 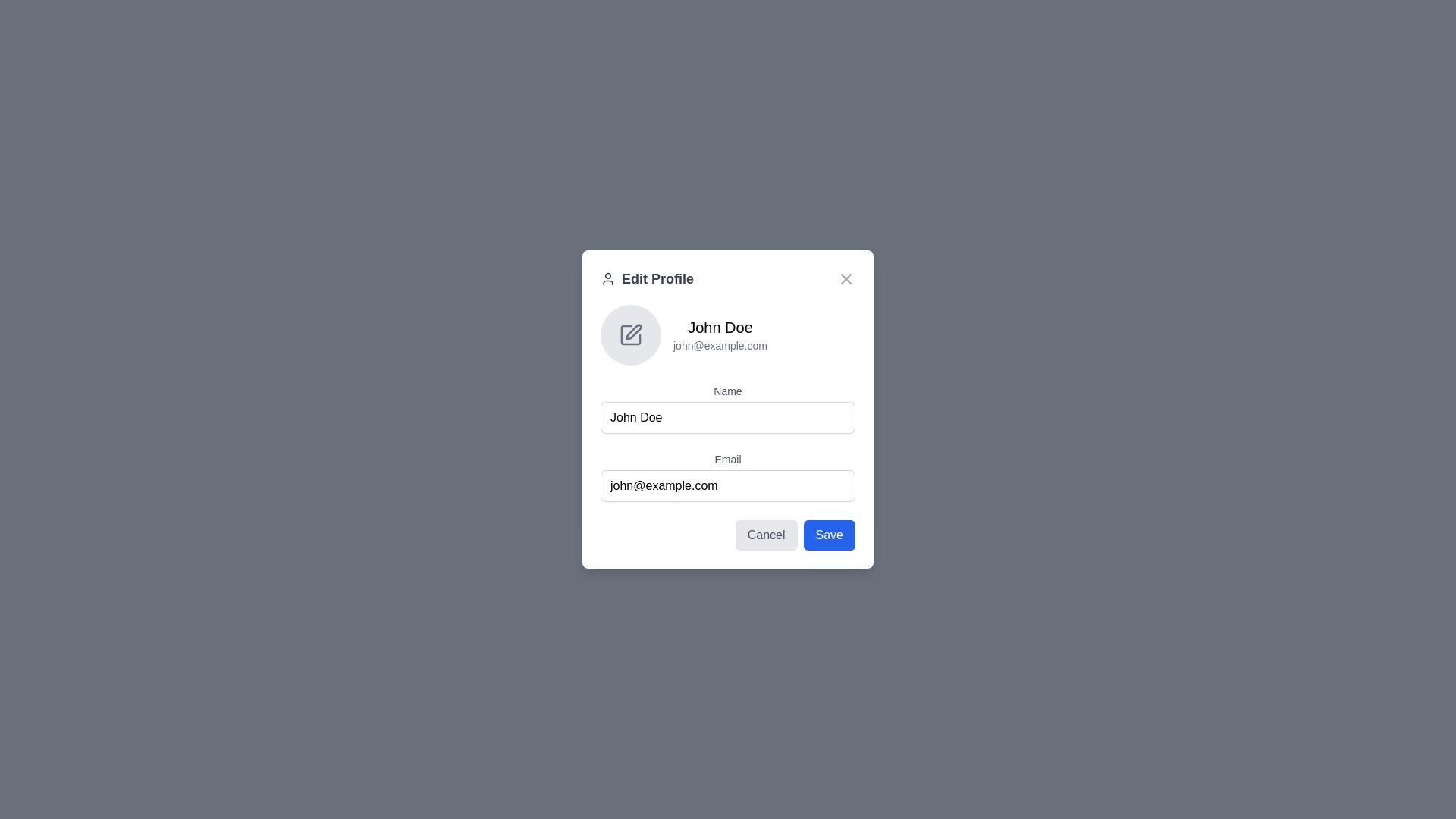 I want to click on the red 'X' button located at the top-right corner of the 'Edit Profile' dialog box, so click(x=846, y=278).